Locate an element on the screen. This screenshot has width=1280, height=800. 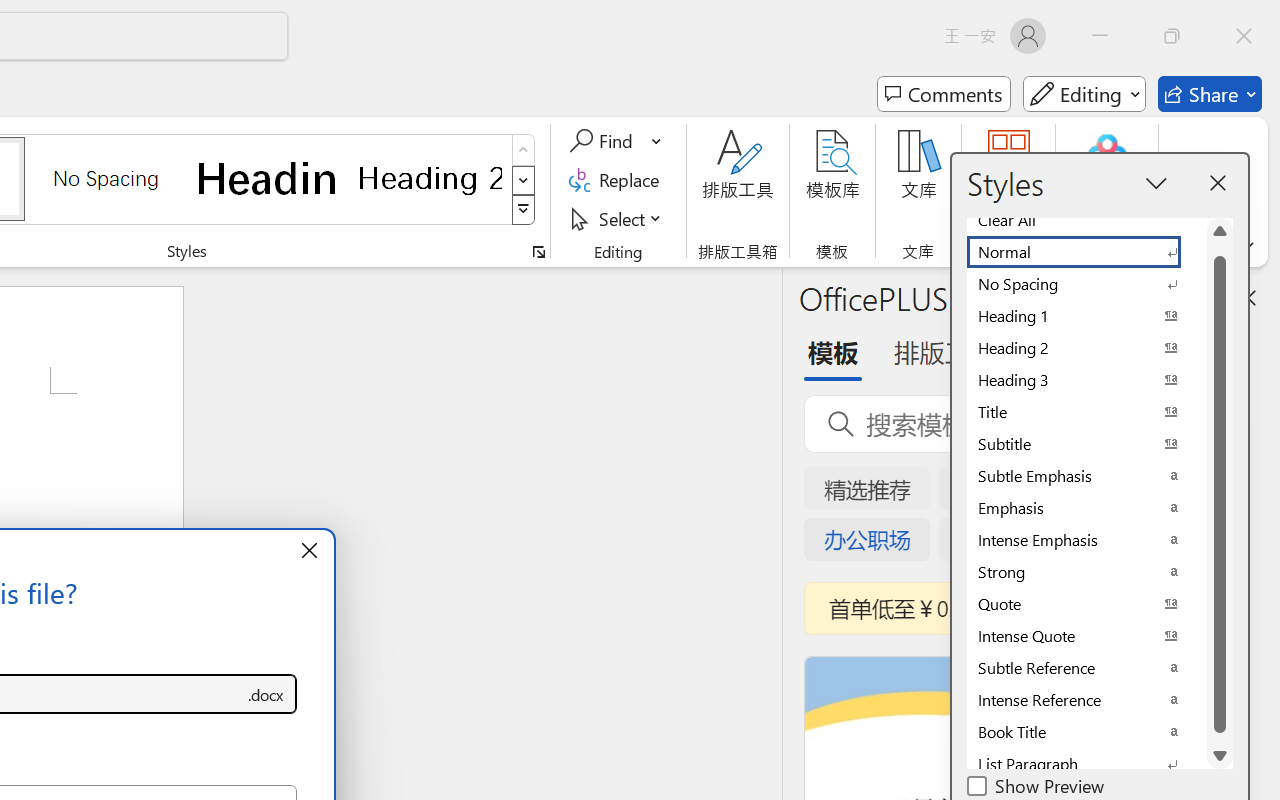
'Subtle Reference' is located at coordinates (1085, 668).